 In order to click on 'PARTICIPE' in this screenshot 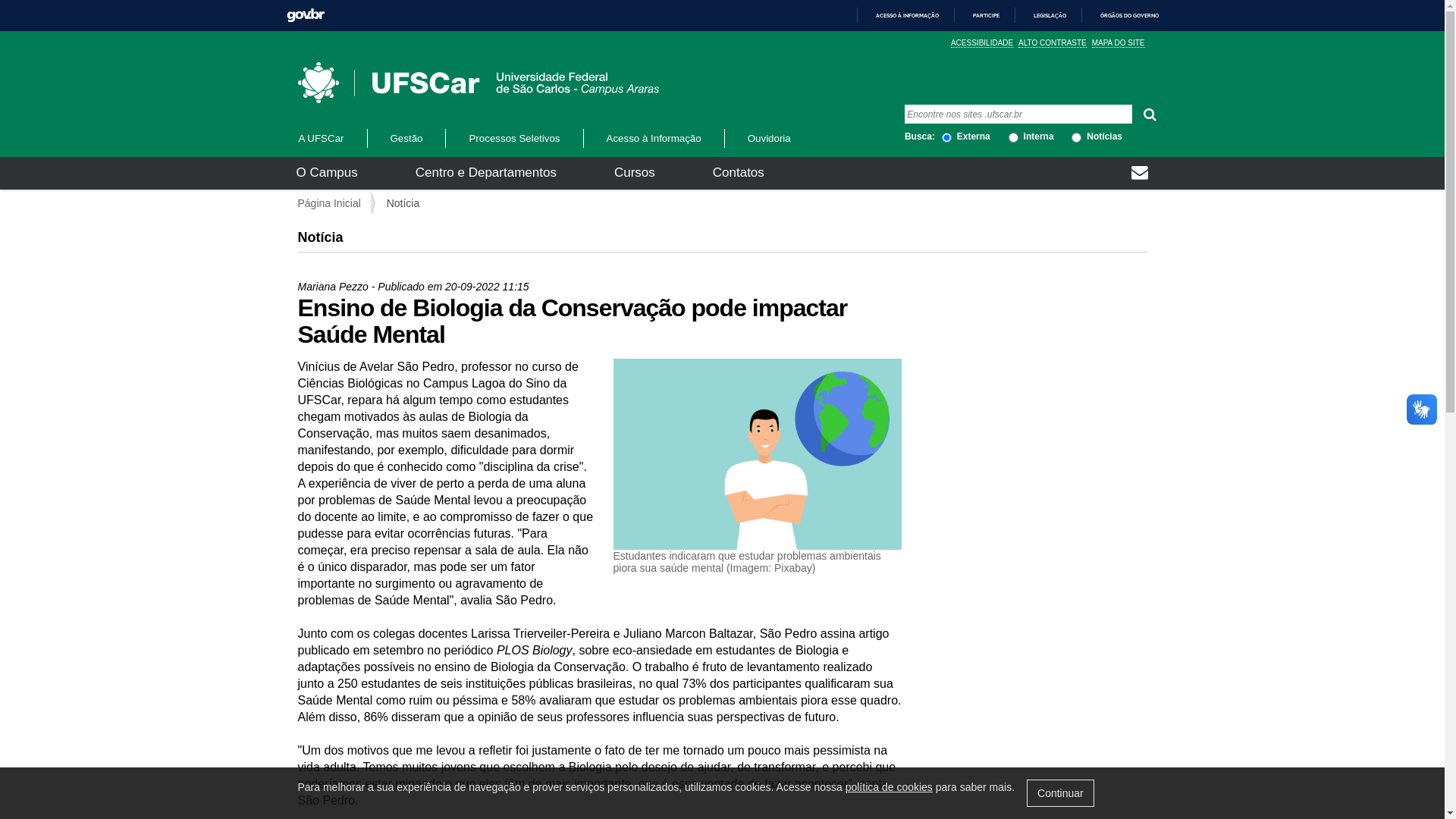, I will do `click(979, 15)`.